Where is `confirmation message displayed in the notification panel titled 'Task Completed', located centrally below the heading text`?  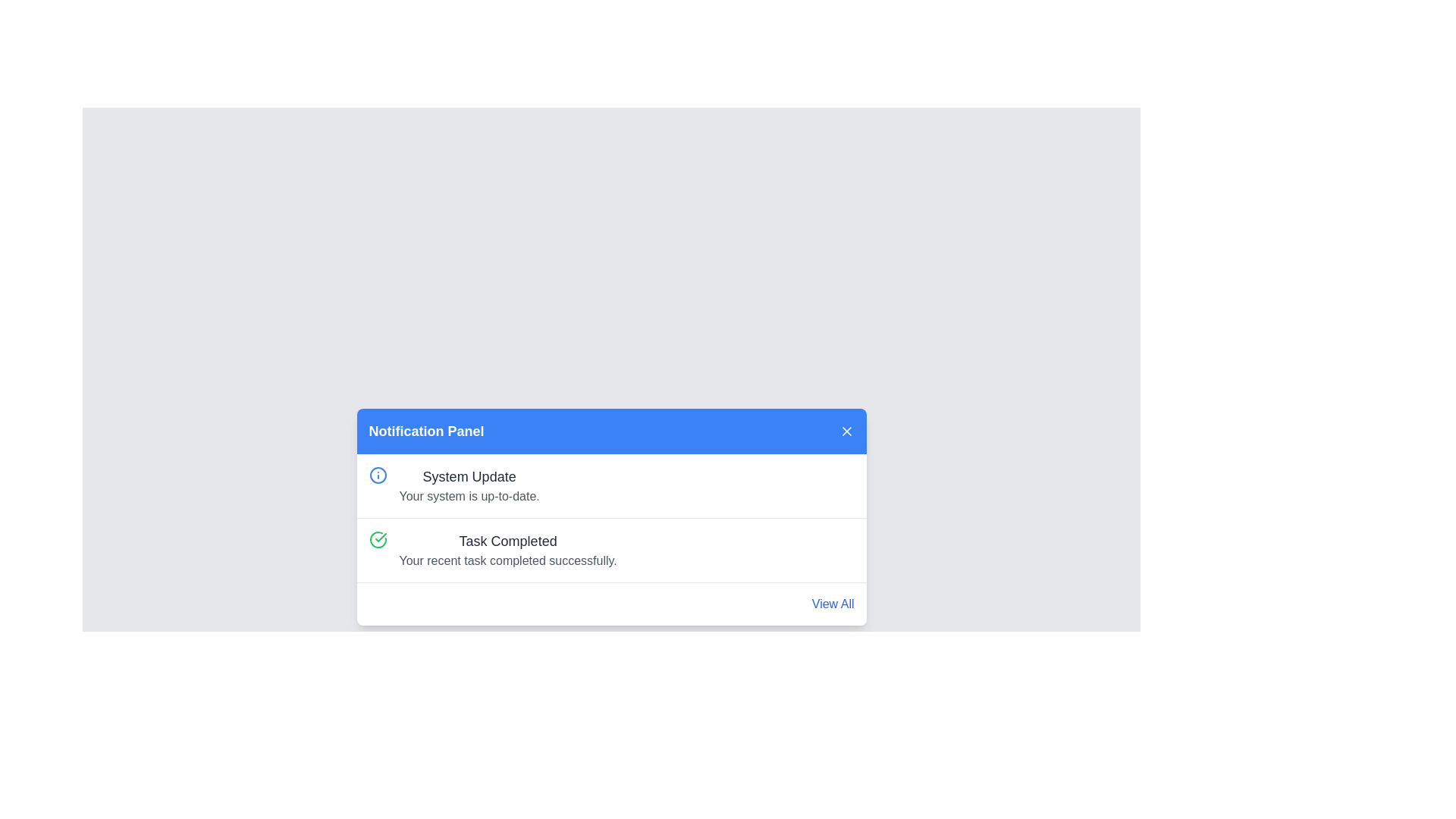 confirmation message displayed in the notification panel titled 'Task Completed', located centrally below the heading text is located at coordinates (508, 561).